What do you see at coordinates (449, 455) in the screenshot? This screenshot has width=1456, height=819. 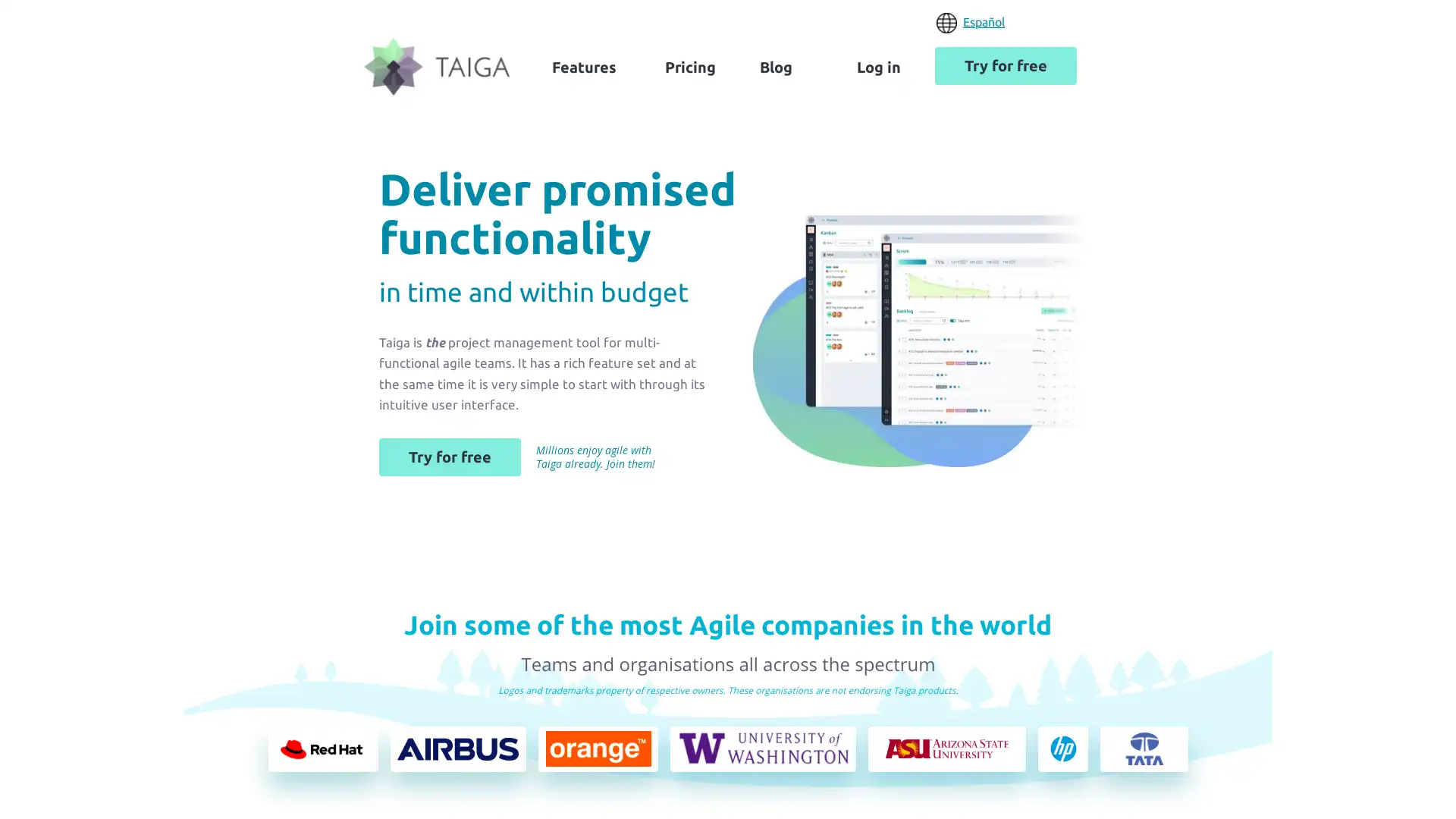 I see `Try for free` at bounding box center [449, 455].